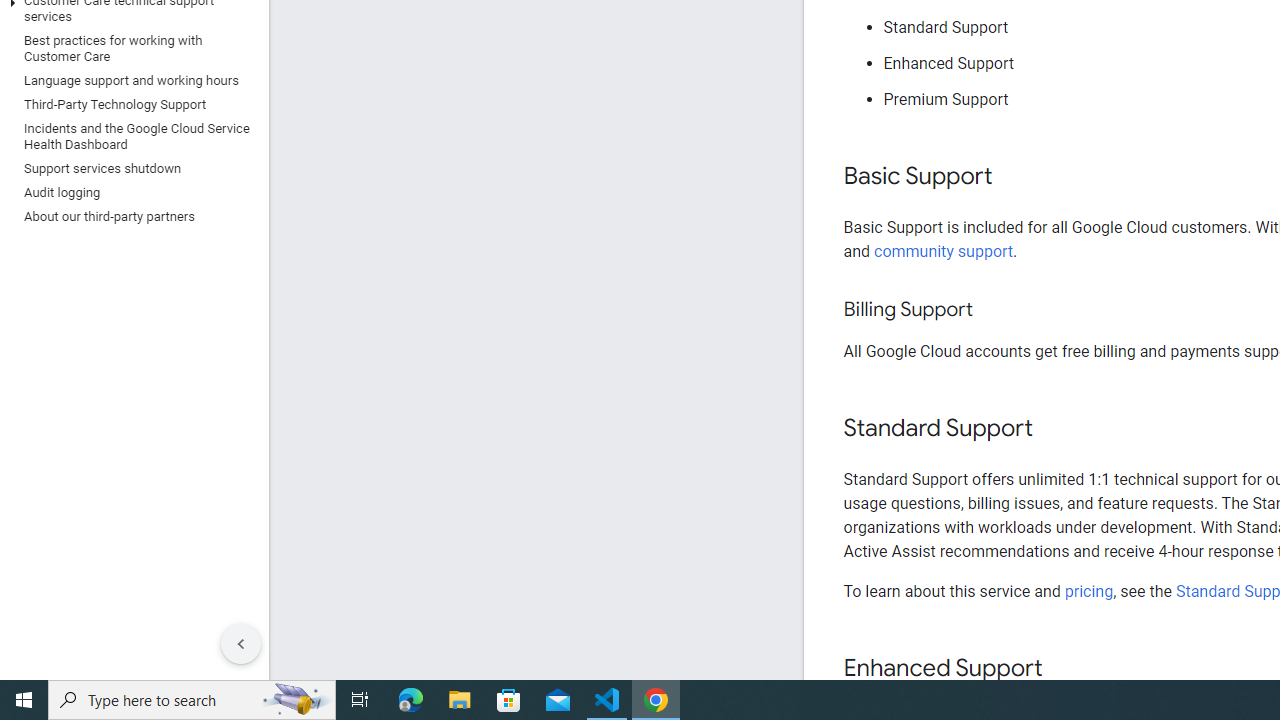 The width and height of the screenshot is (1280, 720). Describe the element at coordinates (129, 167) in the screenshot. I see `'Support services shutdown'` at that location.